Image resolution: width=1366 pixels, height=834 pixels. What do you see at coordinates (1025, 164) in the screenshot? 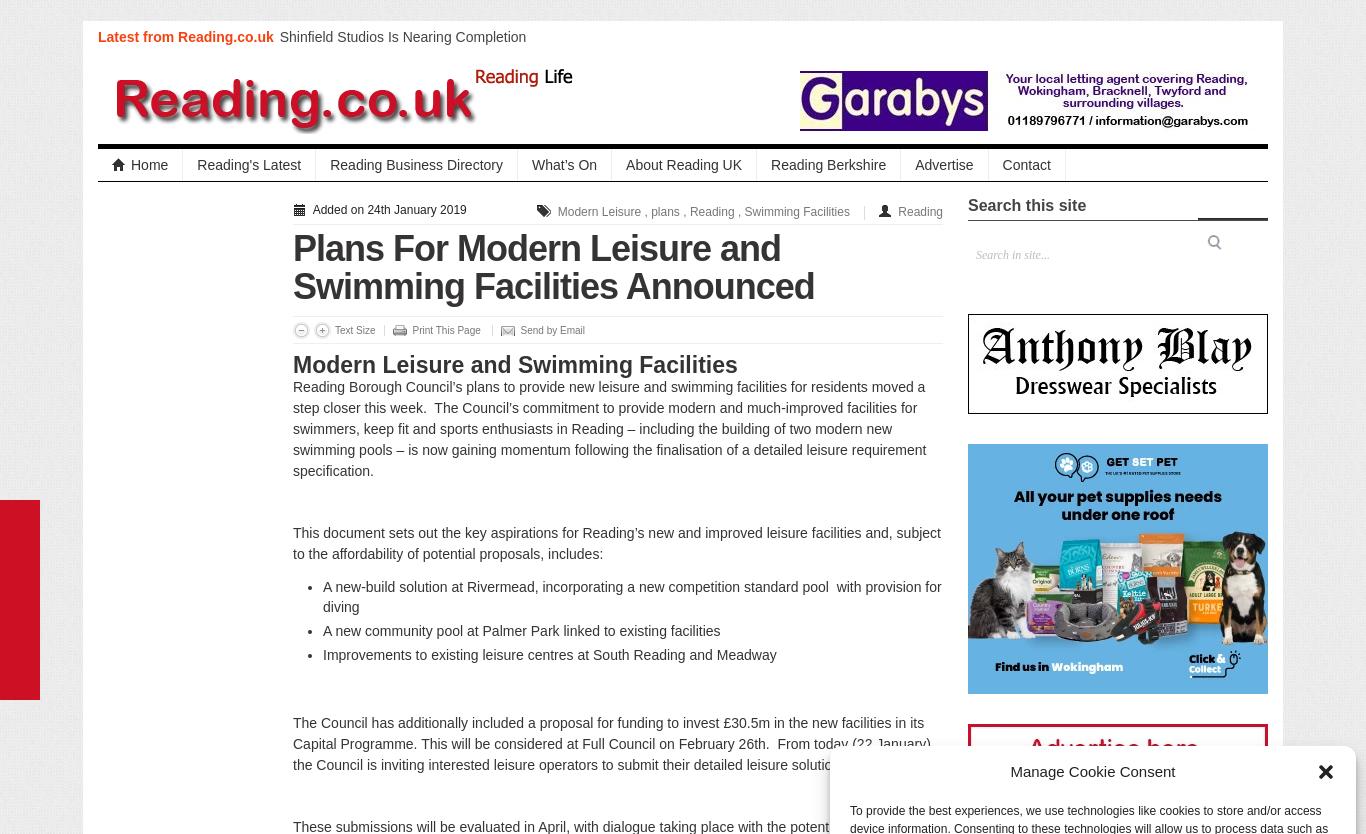
I see `'Contact'` at bounding box center [1025, 164].